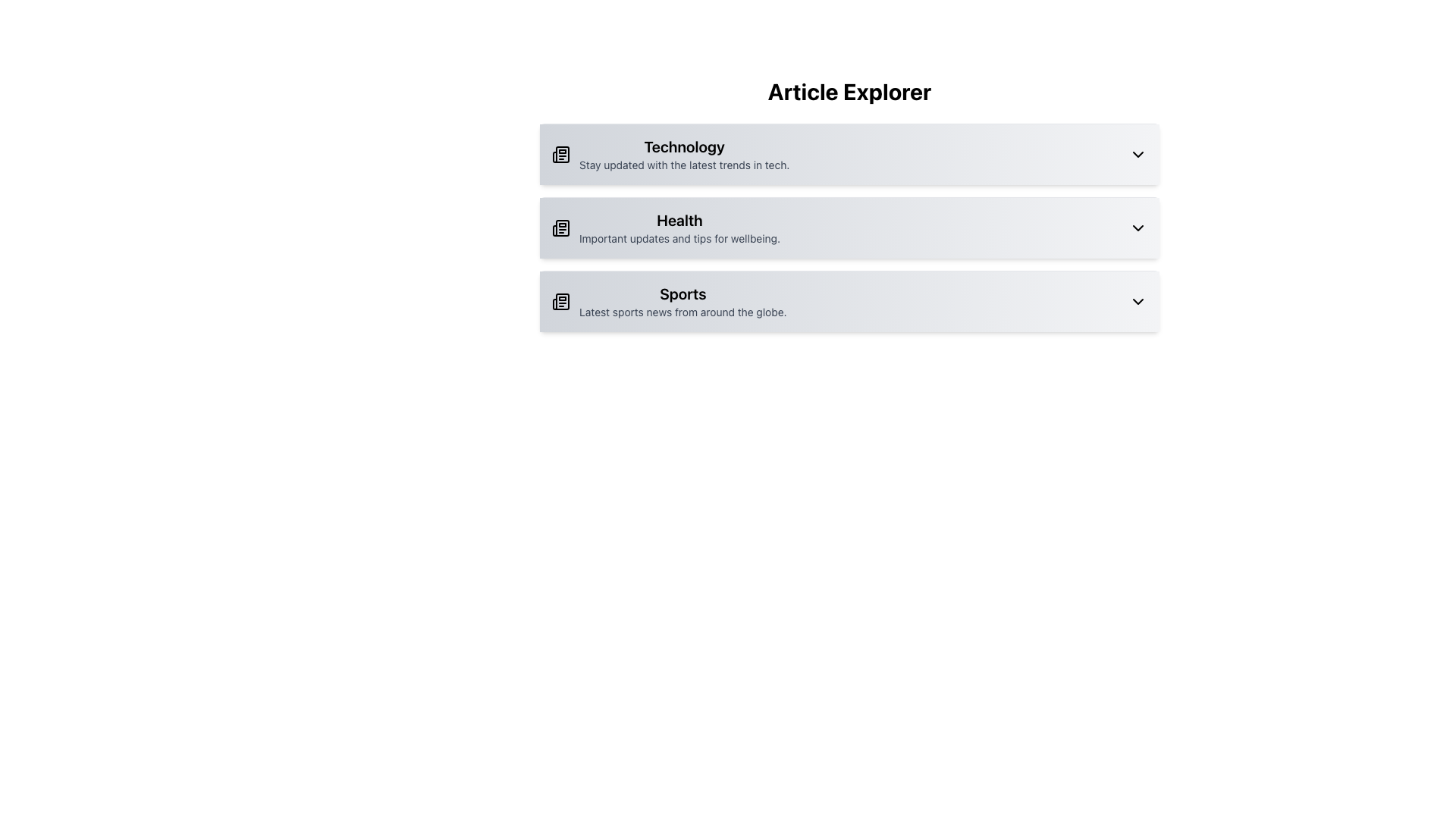 The width and height of the screenshot is (1456, 819). What do you see at coordinates (683, 165) in the screenshot?
I see `the descriptive text element located below the 'Technology' heading in the 'Article Explorer' section` at bounding box center [683, 165].